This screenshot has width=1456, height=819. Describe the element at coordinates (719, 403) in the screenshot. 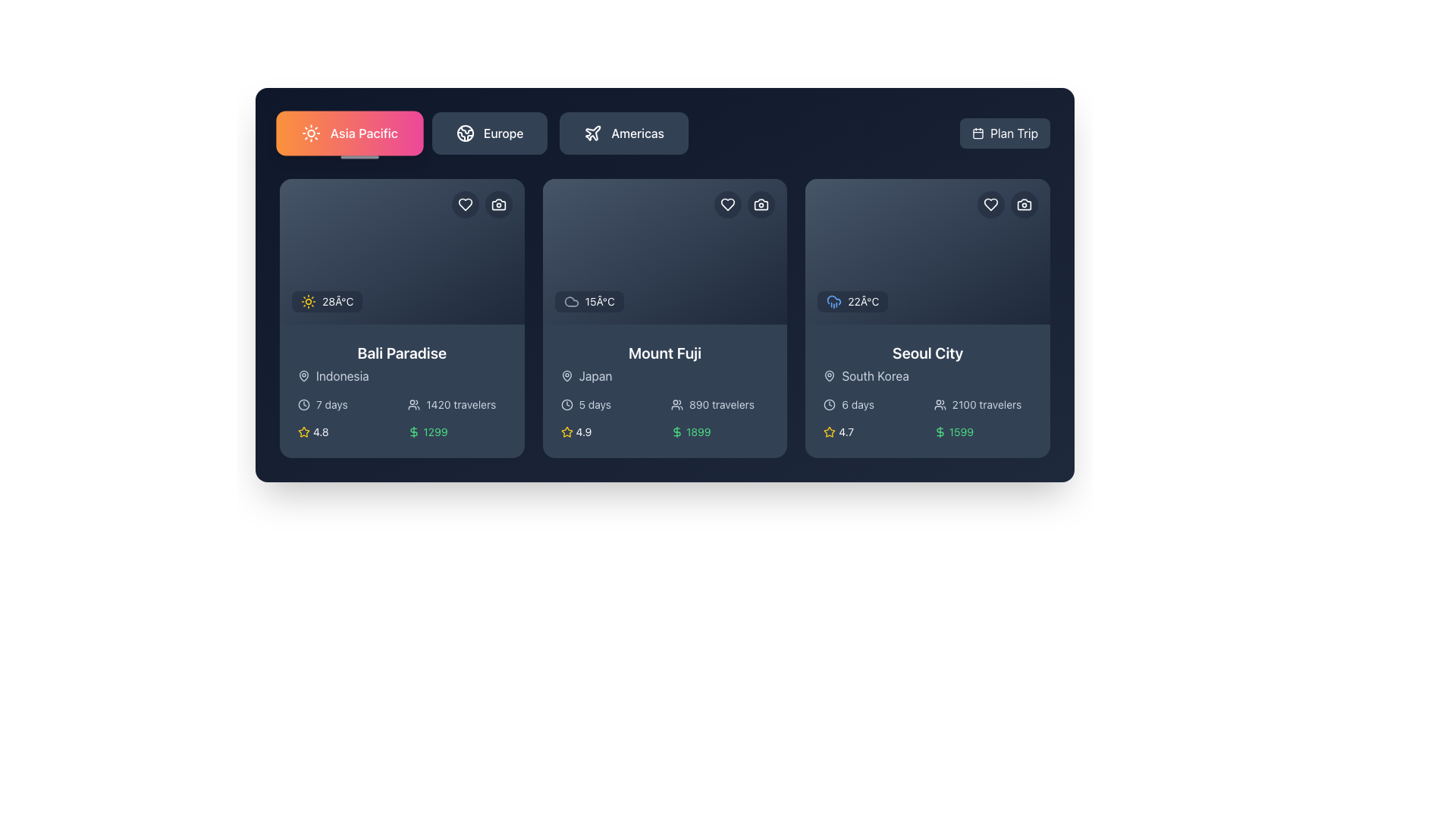

I see `information displayed in the Text Label with Icon located under the 'Mount Fuji' card, which indicates the number of travelers associated with the destination` at that location.